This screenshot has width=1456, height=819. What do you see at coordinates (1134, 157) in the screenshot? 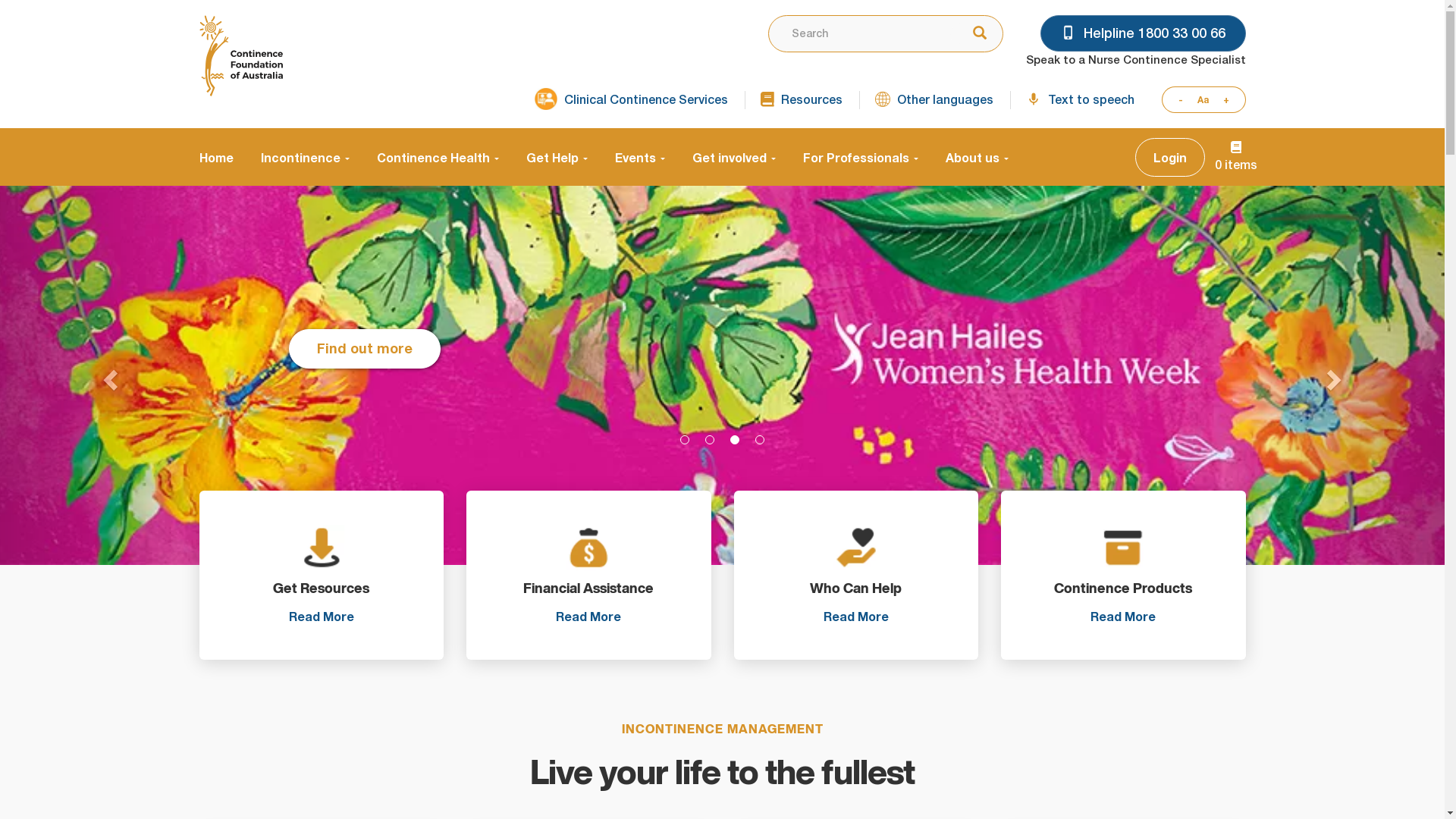
I see `'Login'` at bounding box center [1134, 157].